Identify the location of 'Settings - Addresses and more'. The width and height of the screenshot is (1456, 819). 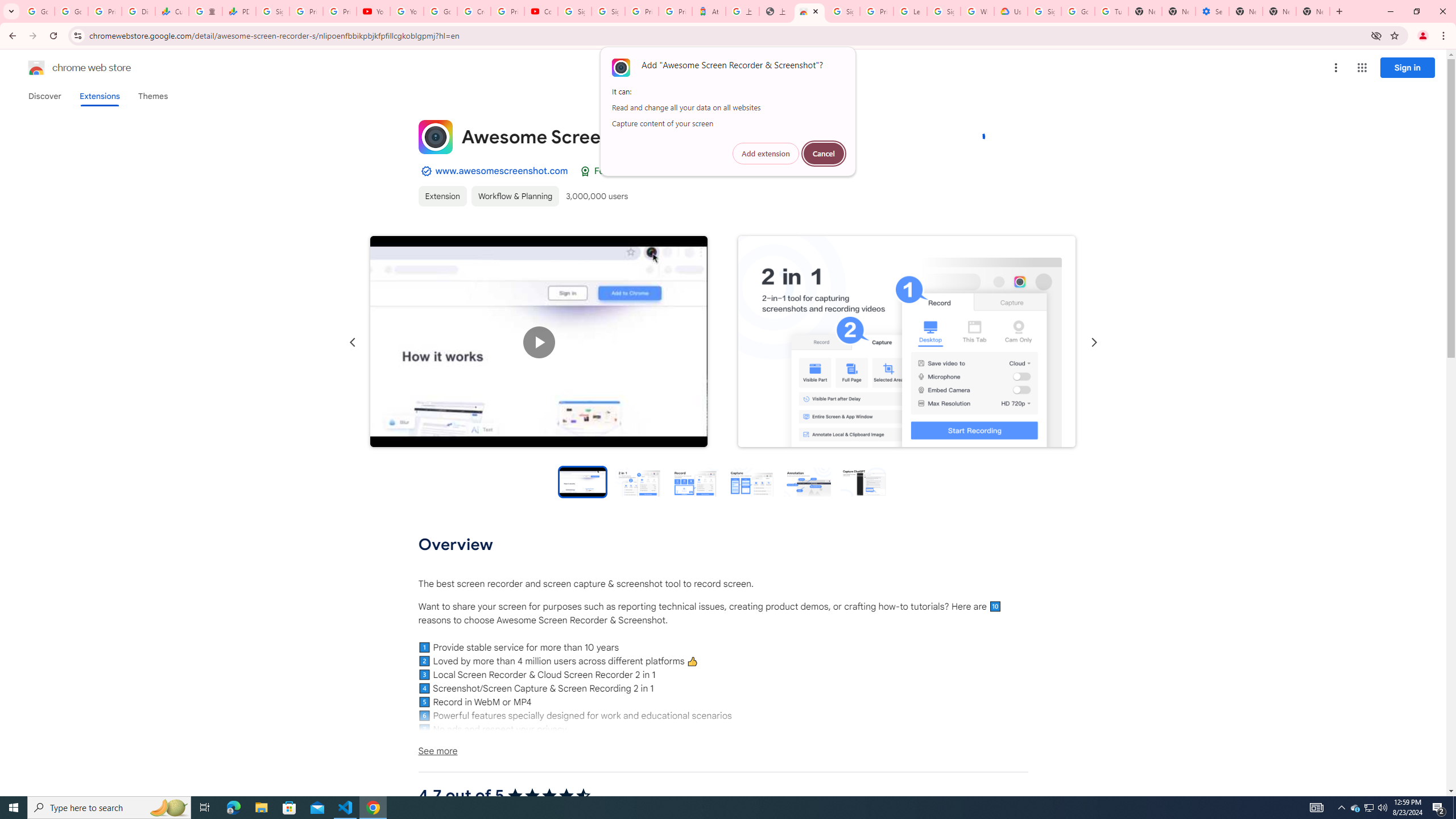
(1212, 11).